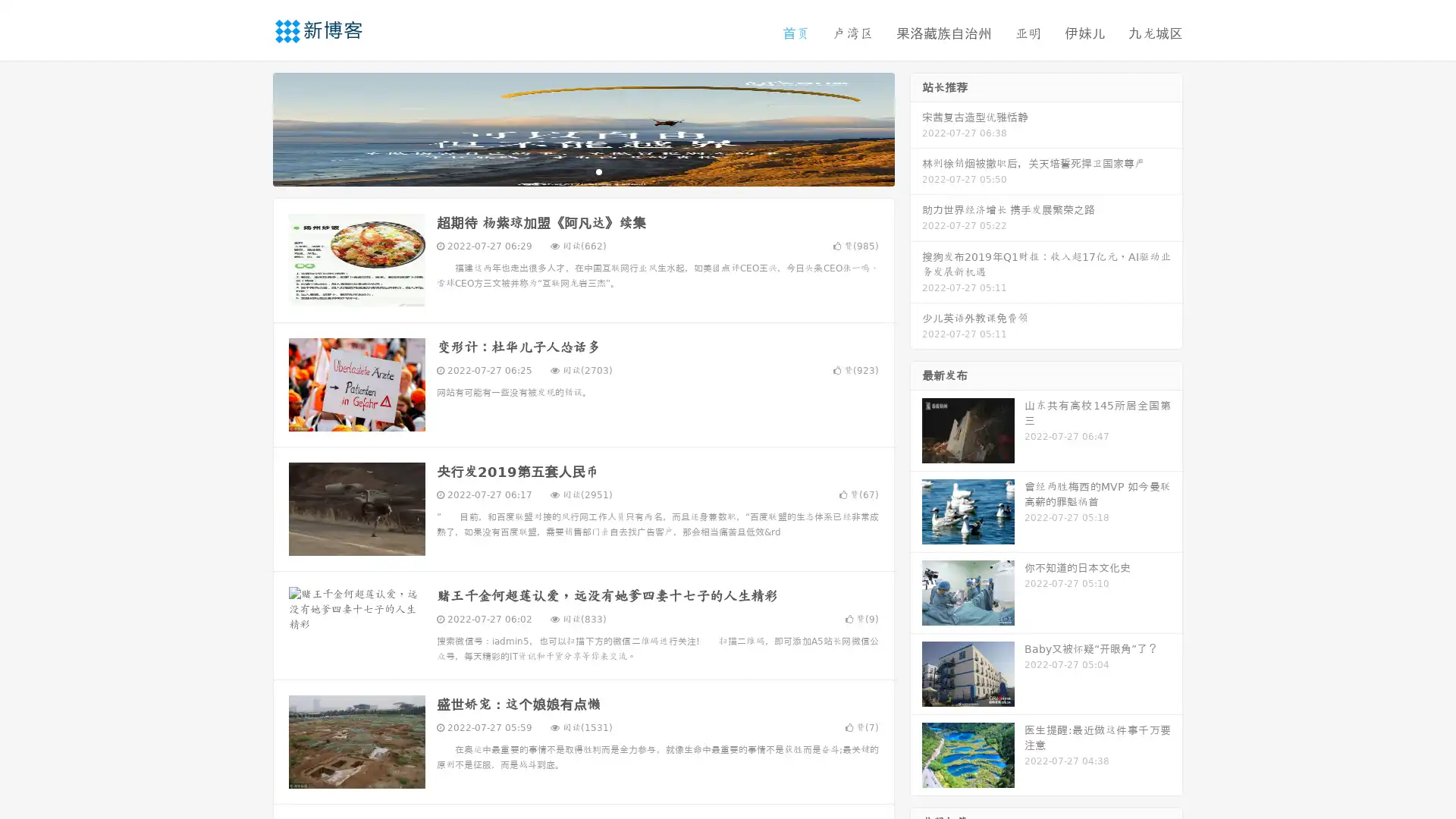 This screenshot has width=1456, height=819. Describe the element at coordinates (250, 127) in the screenshot. I see `Previous slide` at that location.